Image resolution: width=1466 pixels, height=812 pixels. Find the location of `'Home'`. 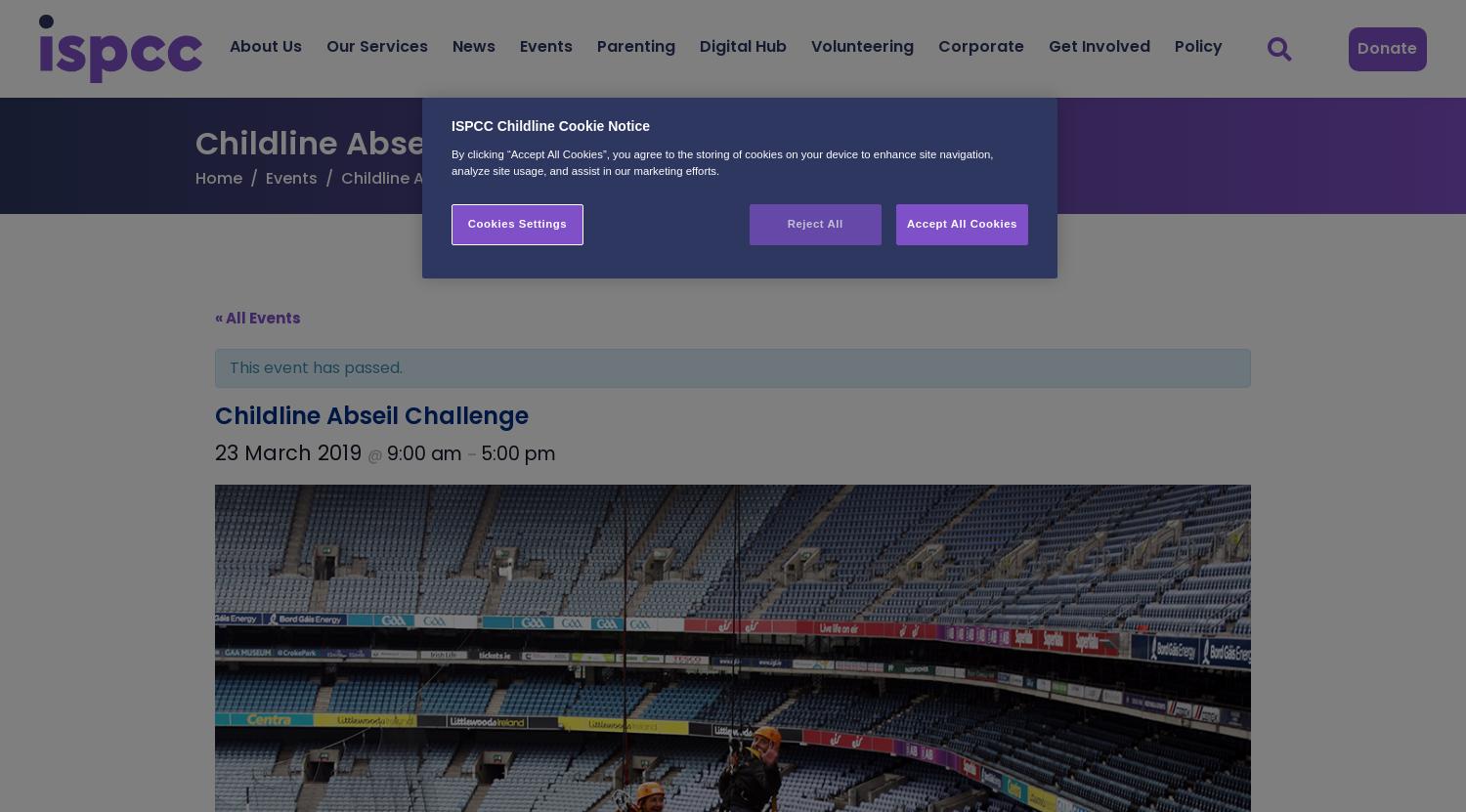

'Home' is located at coordinates (217, 177).